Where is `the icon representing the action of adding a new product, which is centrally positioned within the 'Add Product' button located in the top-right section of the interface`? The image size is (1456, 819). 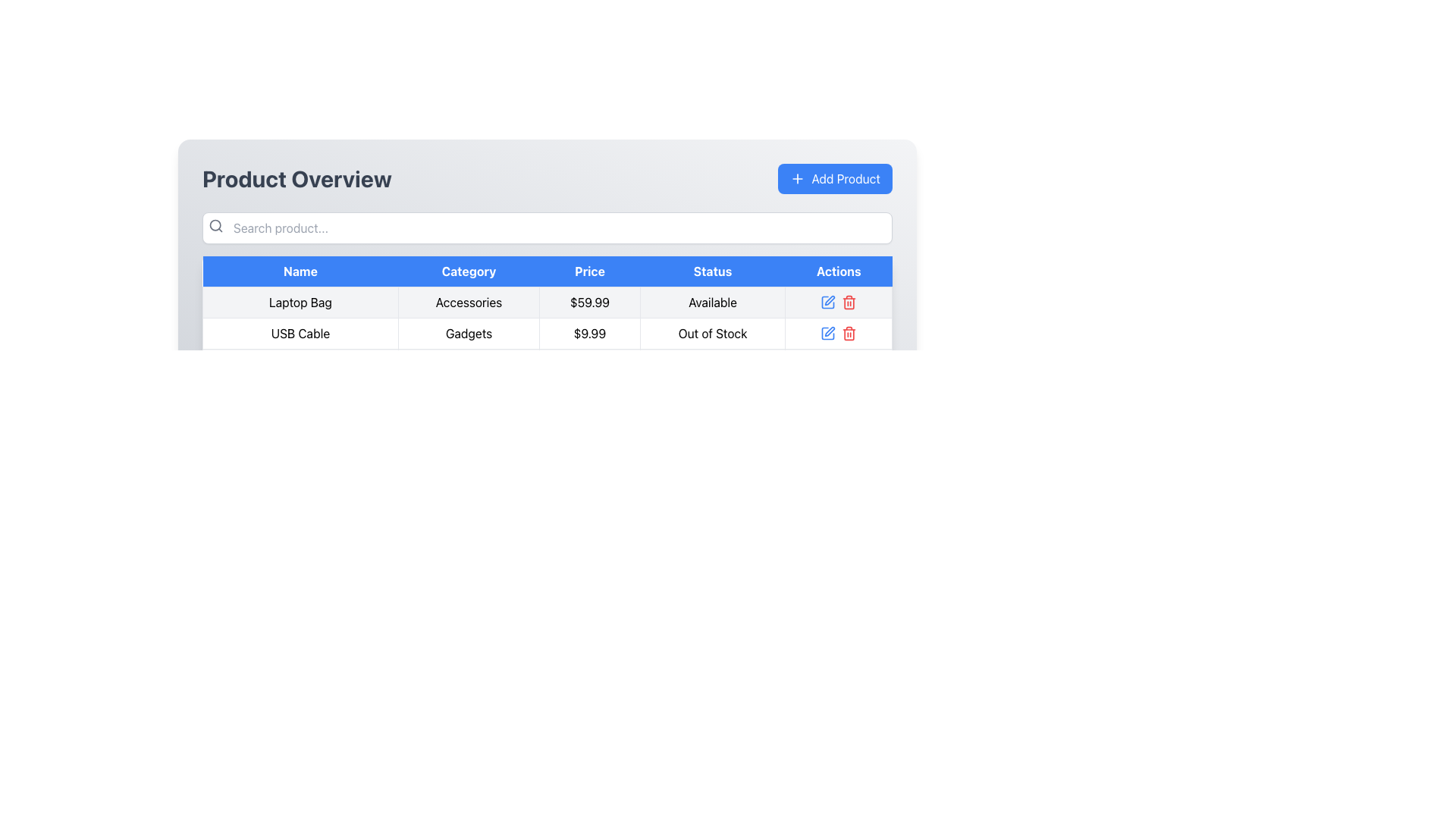
the icon representing the action of adding a new product, which is centrally positioned within the 'Add Product' button located in the top-right section of the interface is located at coordinates (797, 177).